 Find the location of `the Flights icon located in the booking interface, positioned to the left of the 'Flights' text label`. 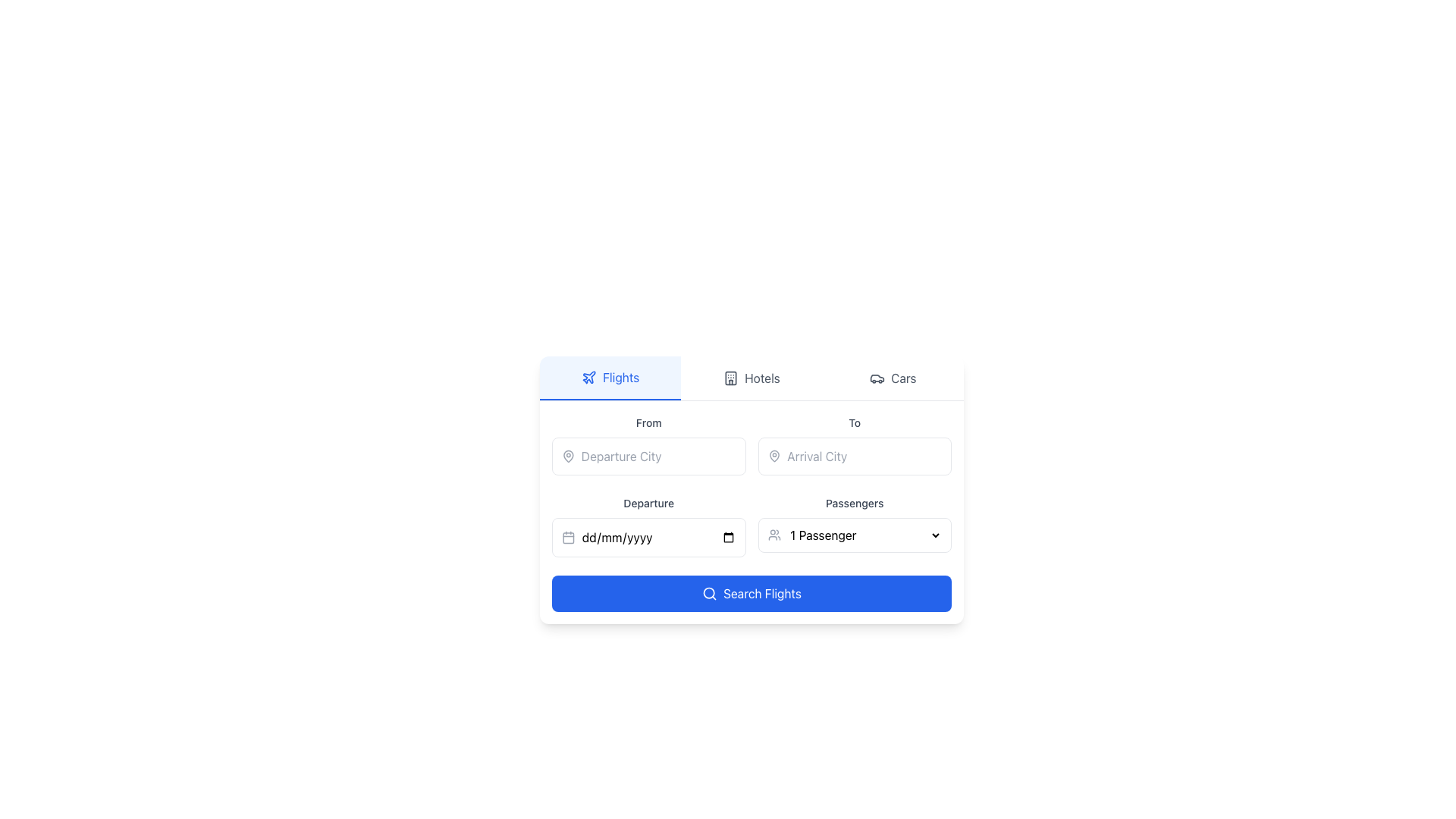

the Flights icon located in the booking interface, positioned to the left of the 'Flights' text label is located at coordinates (588, 376).